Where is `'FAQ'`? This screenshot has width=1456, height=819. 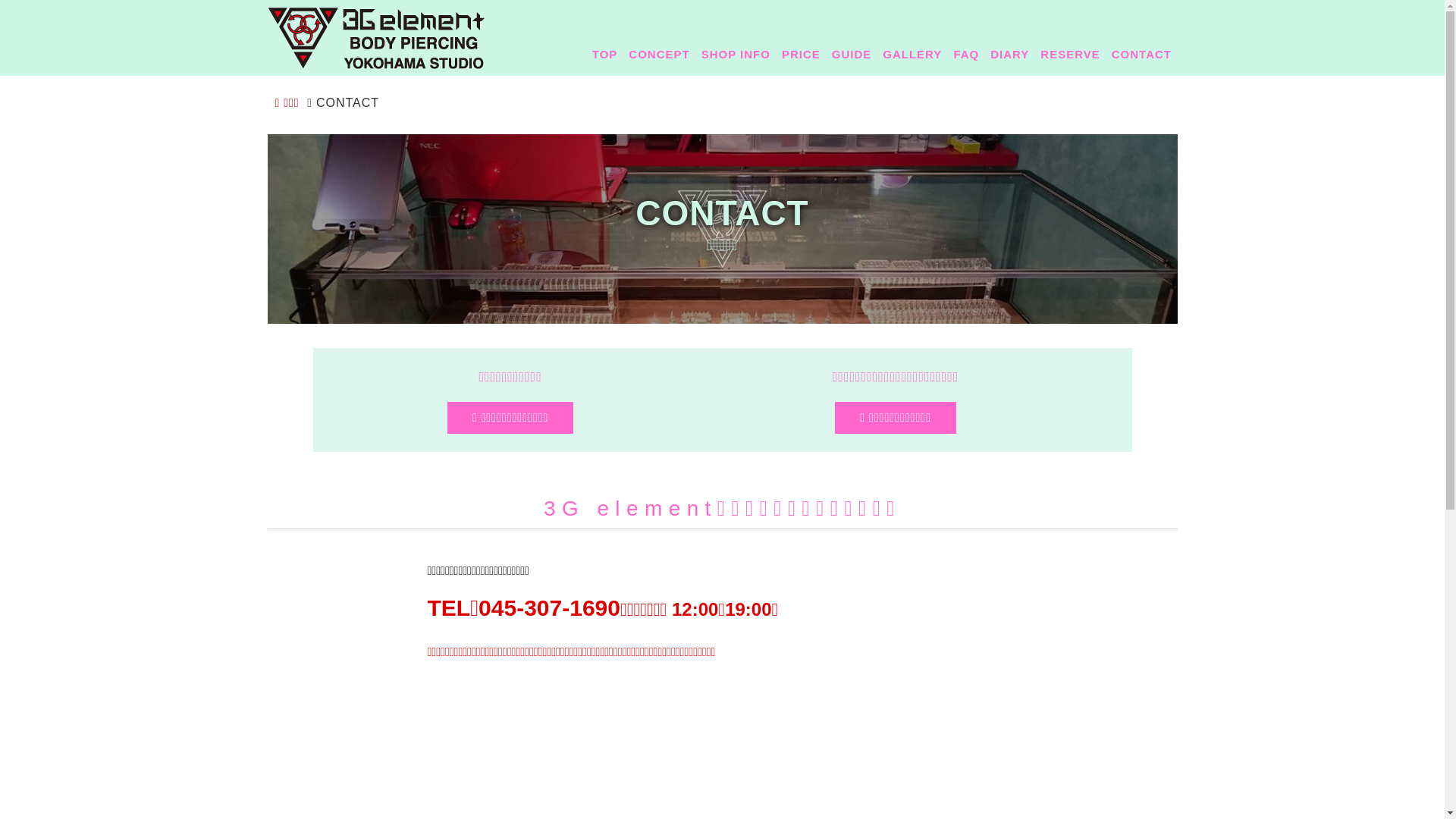 'FAQ' is located at coordinates (965, 52).